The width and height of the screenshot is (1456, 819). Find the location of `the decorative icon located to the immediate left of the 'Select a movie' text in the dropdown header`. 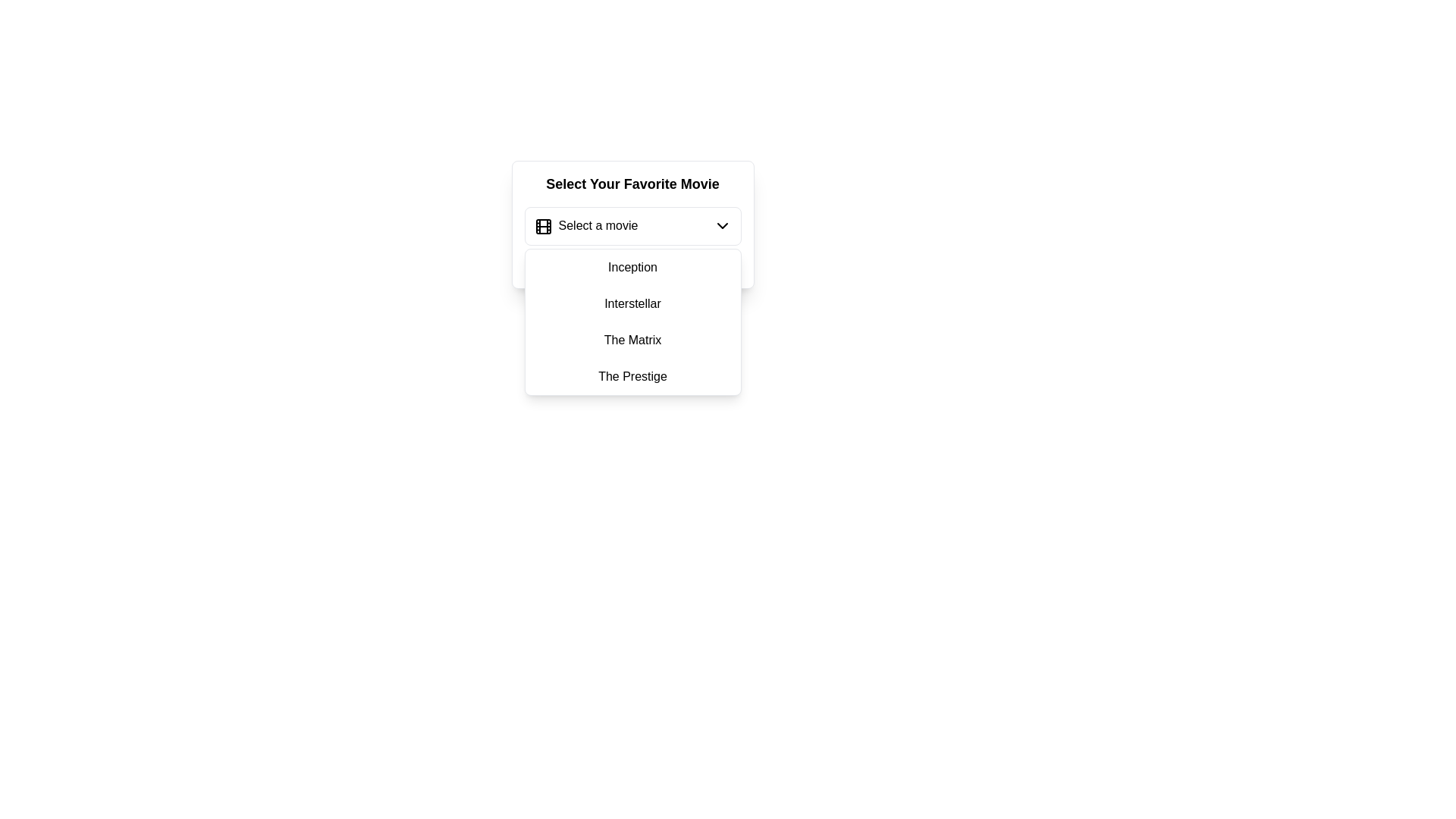

the decorative icon located to the immediate left of the 'Select a movie' text in the dropdown header is located at coordinates (543, 226).